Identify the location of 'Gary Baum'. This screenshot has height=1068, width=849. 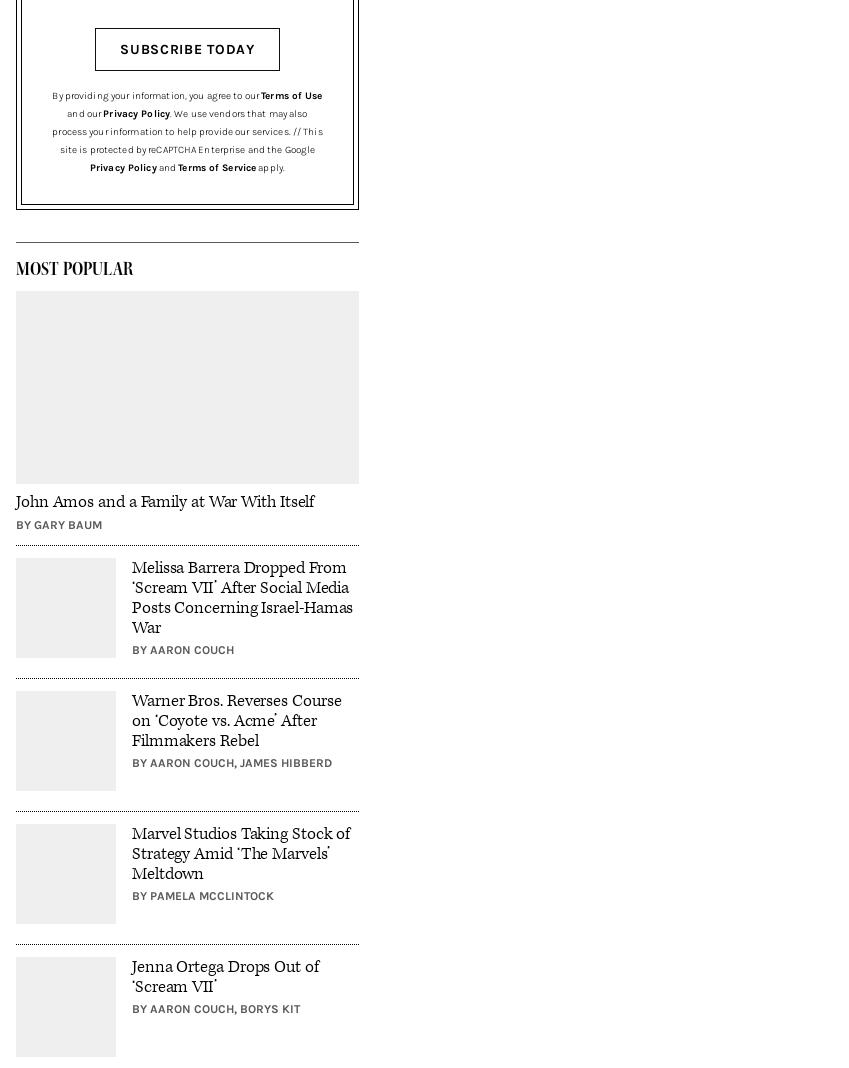
(68, 523).